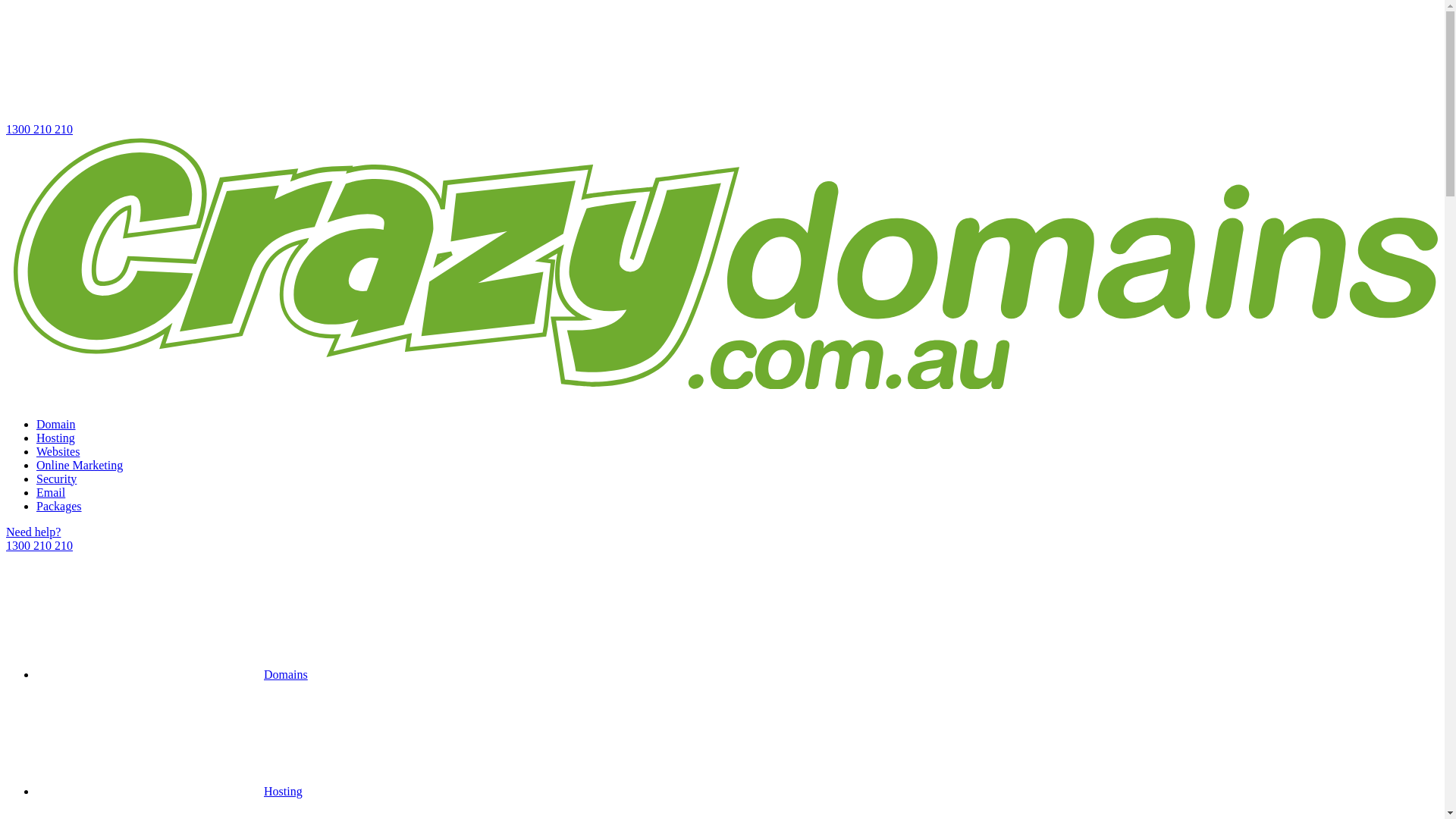  What do you see at coordinates (55, 424) in the screenshot?
I see `'Domain'` at bounding box center [55, 424].